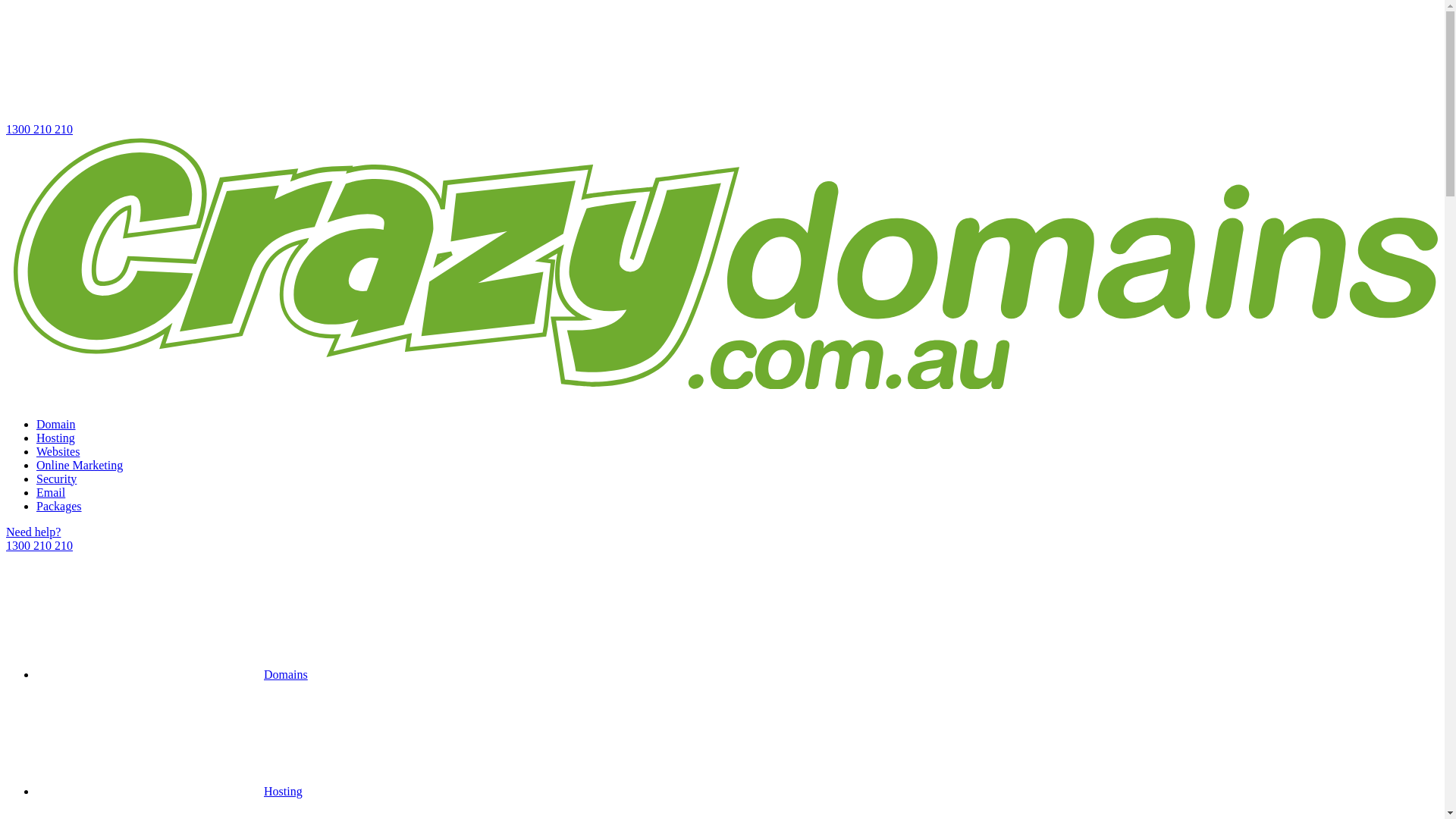  What do you see at coordinates (55, 424) in the screenshot?
I see `'Domain'` at bounding box center [55, 424].